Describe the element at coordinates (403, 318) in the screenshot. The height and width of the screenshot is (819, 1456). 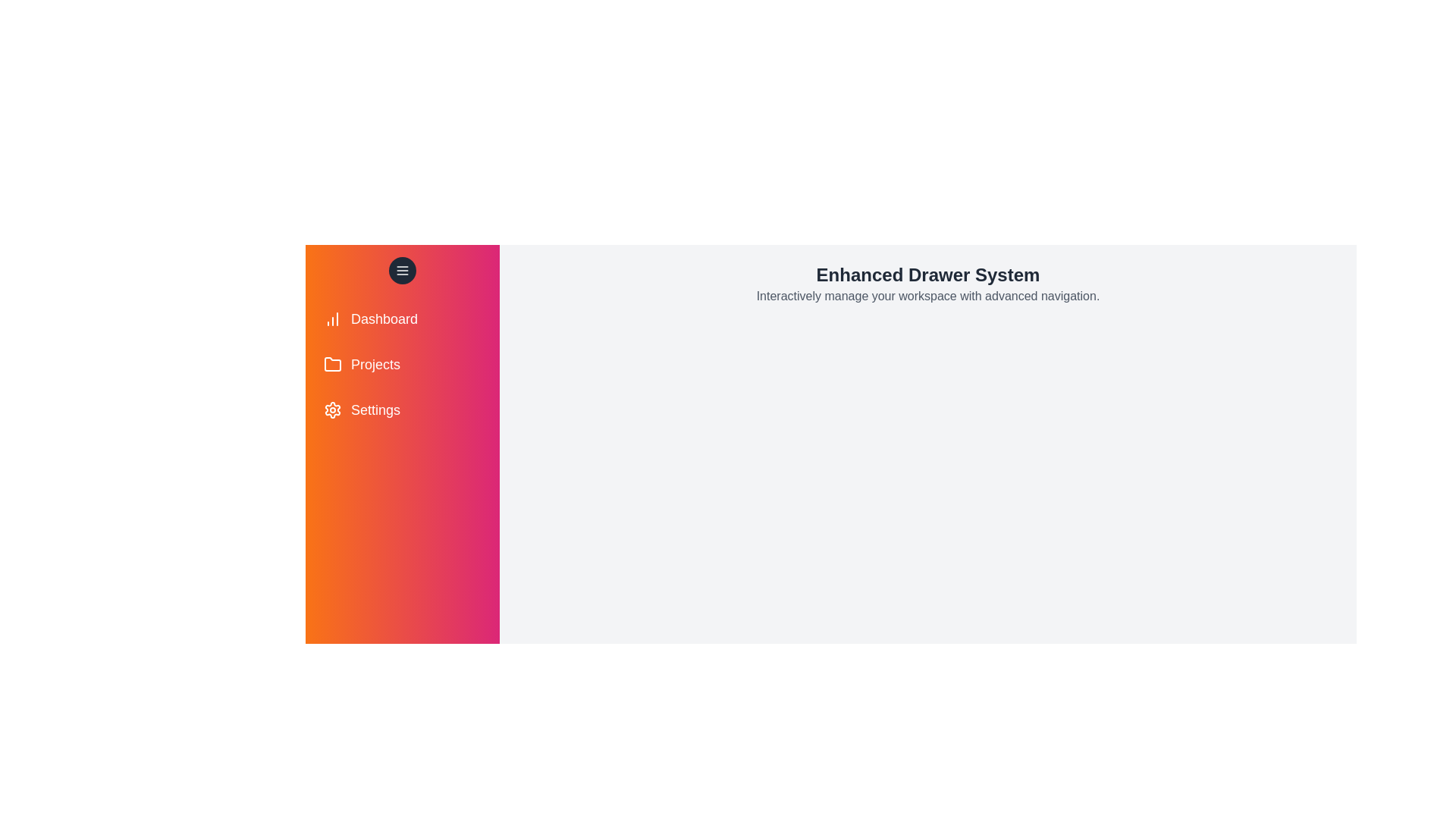
I see `the menu item Dashboard from the drawer` at that location.